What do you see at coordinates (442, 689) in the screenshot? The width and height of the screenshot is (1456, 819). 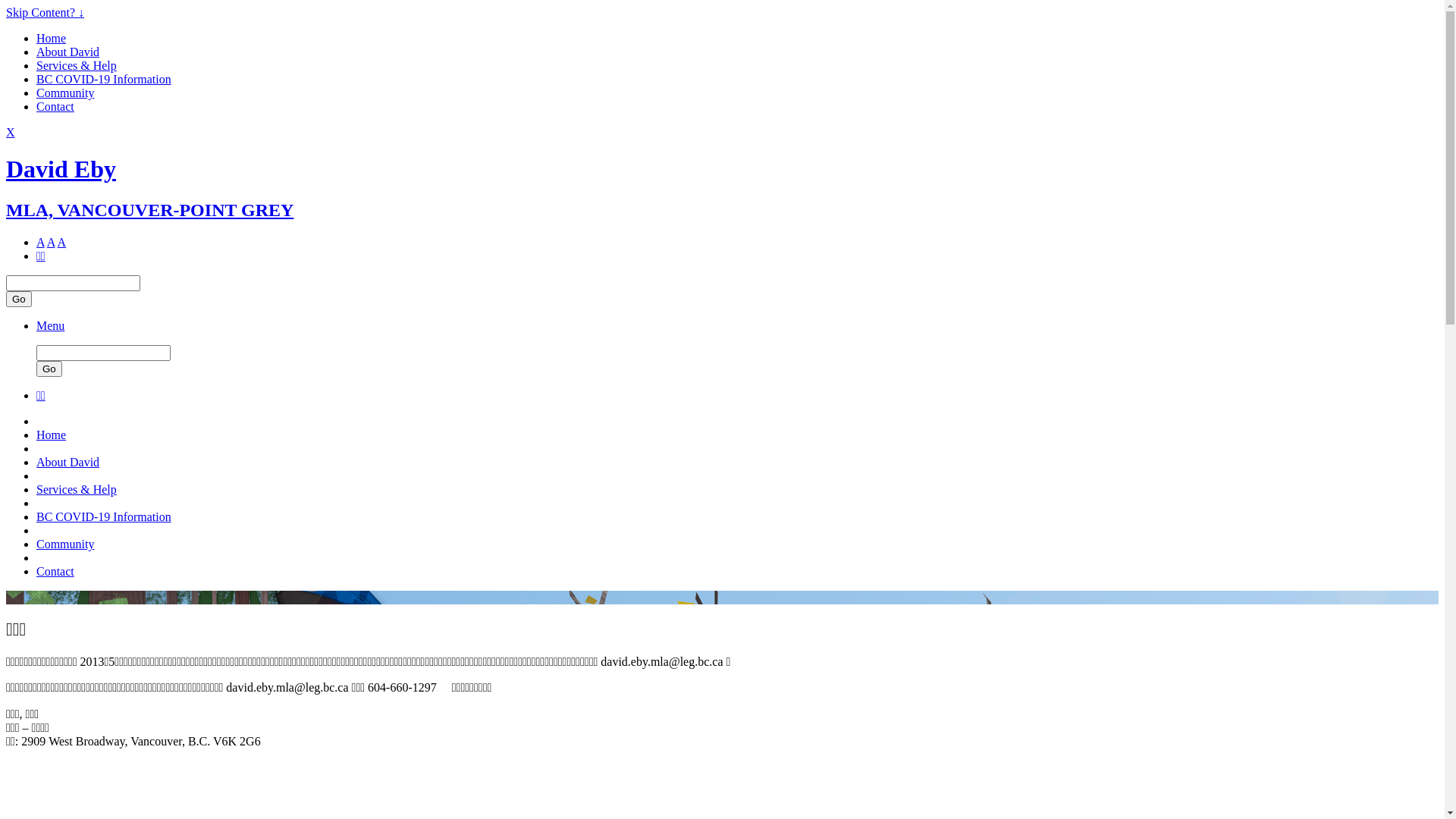 I see `'Call: 604-660-1297'` at bounding box center [442, 689].